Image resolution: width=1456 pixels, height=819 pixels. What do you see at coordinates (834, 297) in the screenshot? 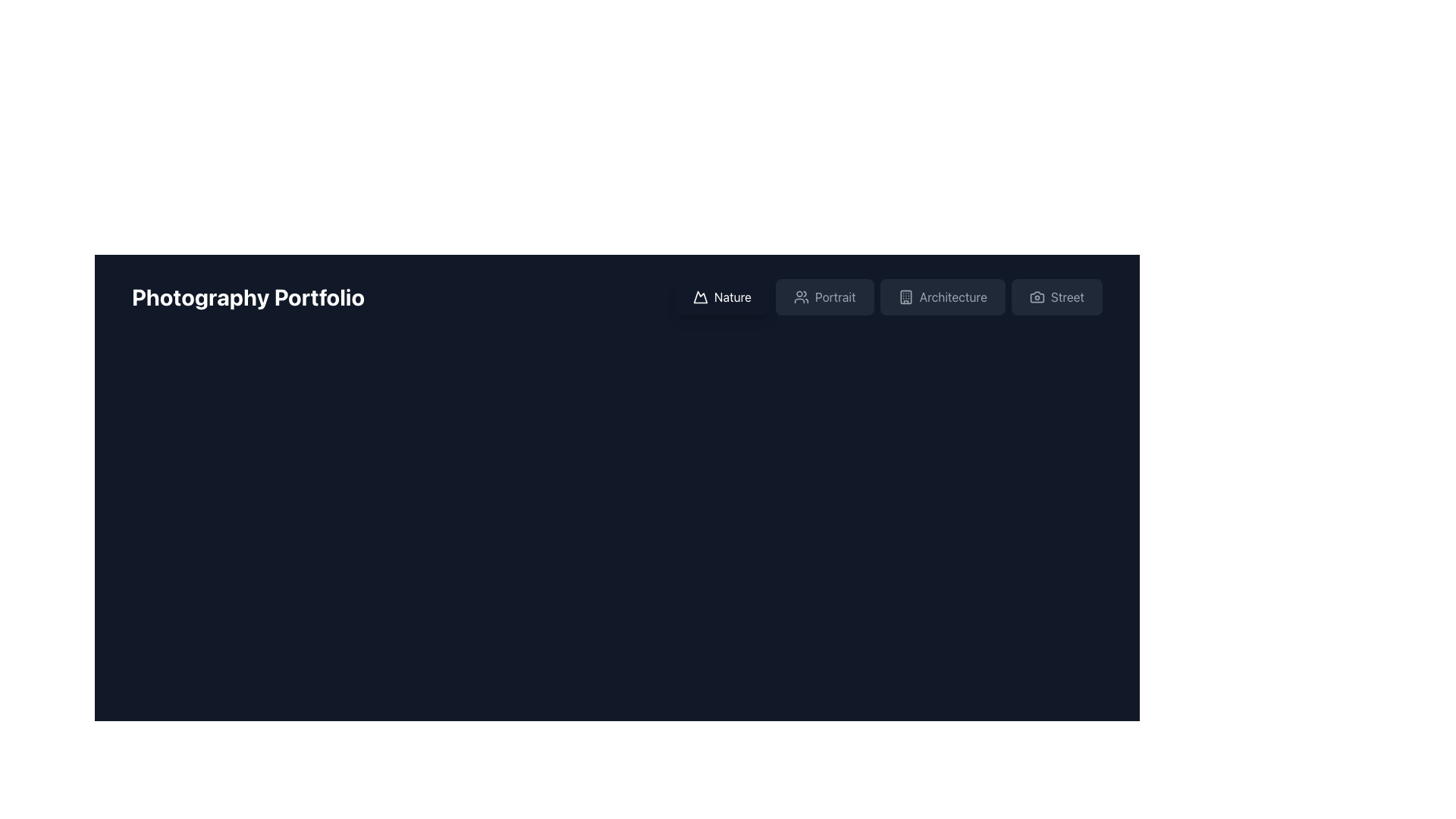
I see `the text label displaying 'Portrait' within the interactive button` at bounding box center [834, 297].